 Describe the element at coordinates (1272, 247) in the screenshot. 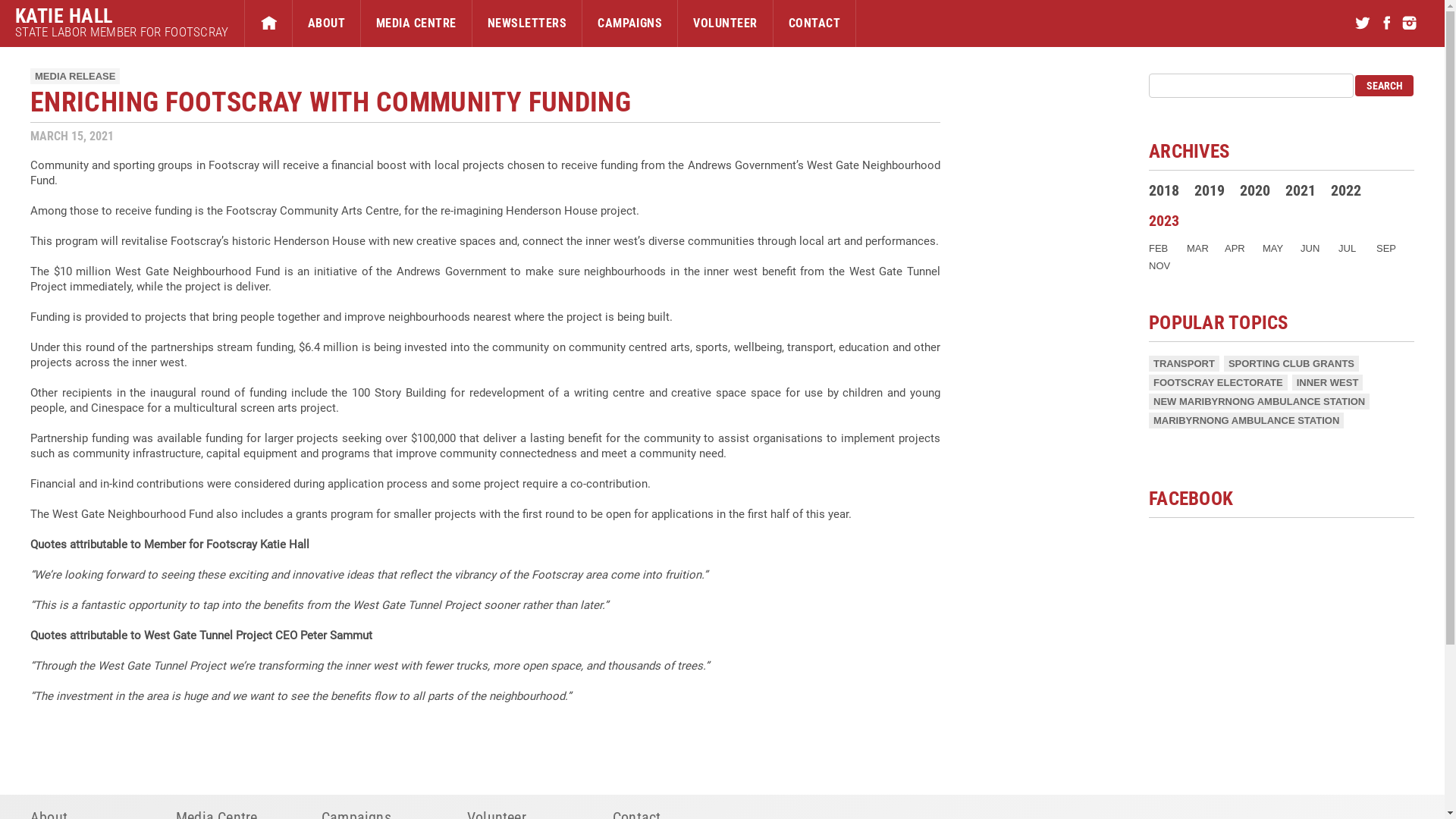

I see `'MAY'` at that location.